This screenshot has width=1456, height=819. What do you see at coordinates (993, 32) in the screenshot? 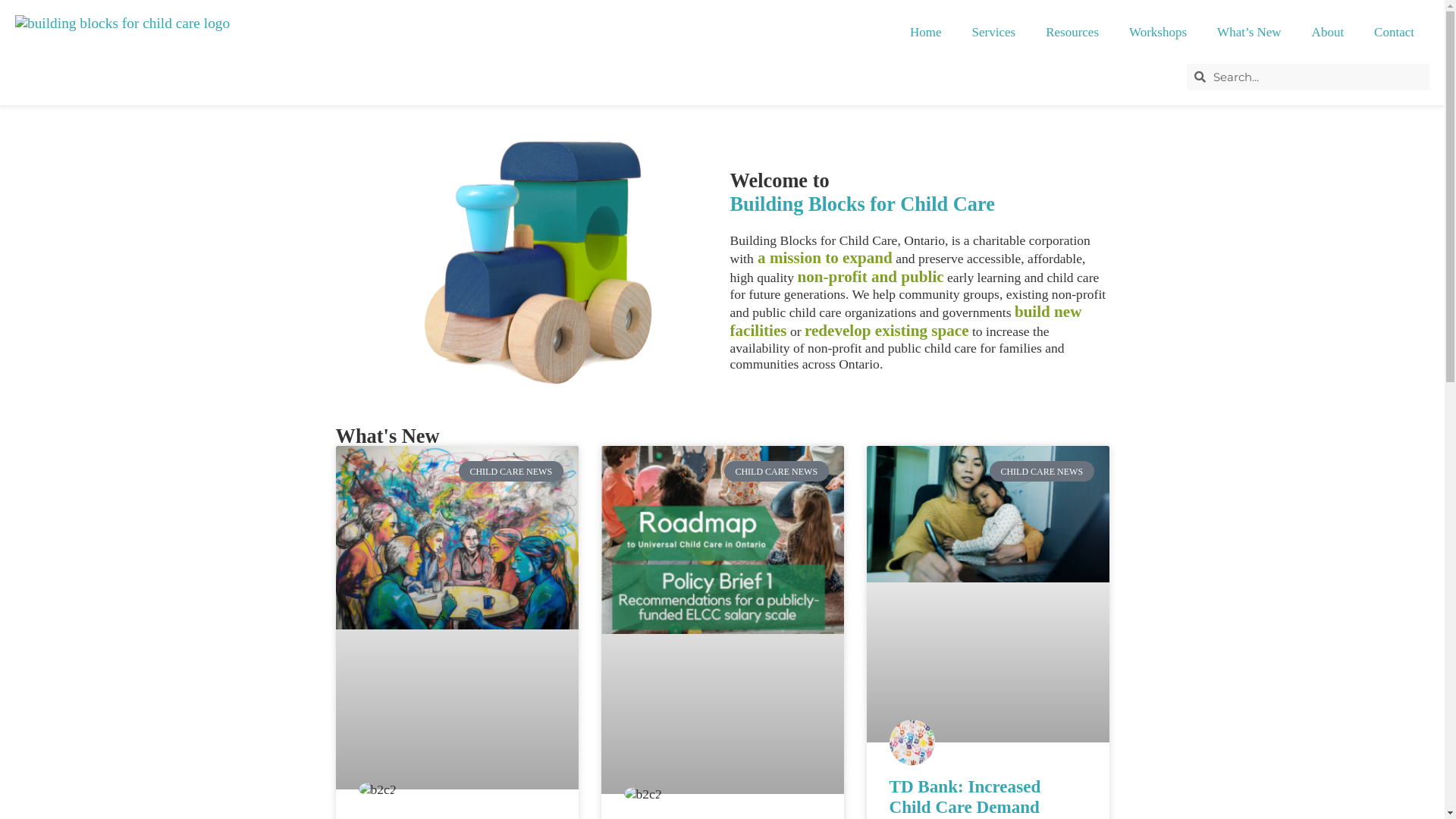
I see `'Services'` at bounding box center [993, 32].